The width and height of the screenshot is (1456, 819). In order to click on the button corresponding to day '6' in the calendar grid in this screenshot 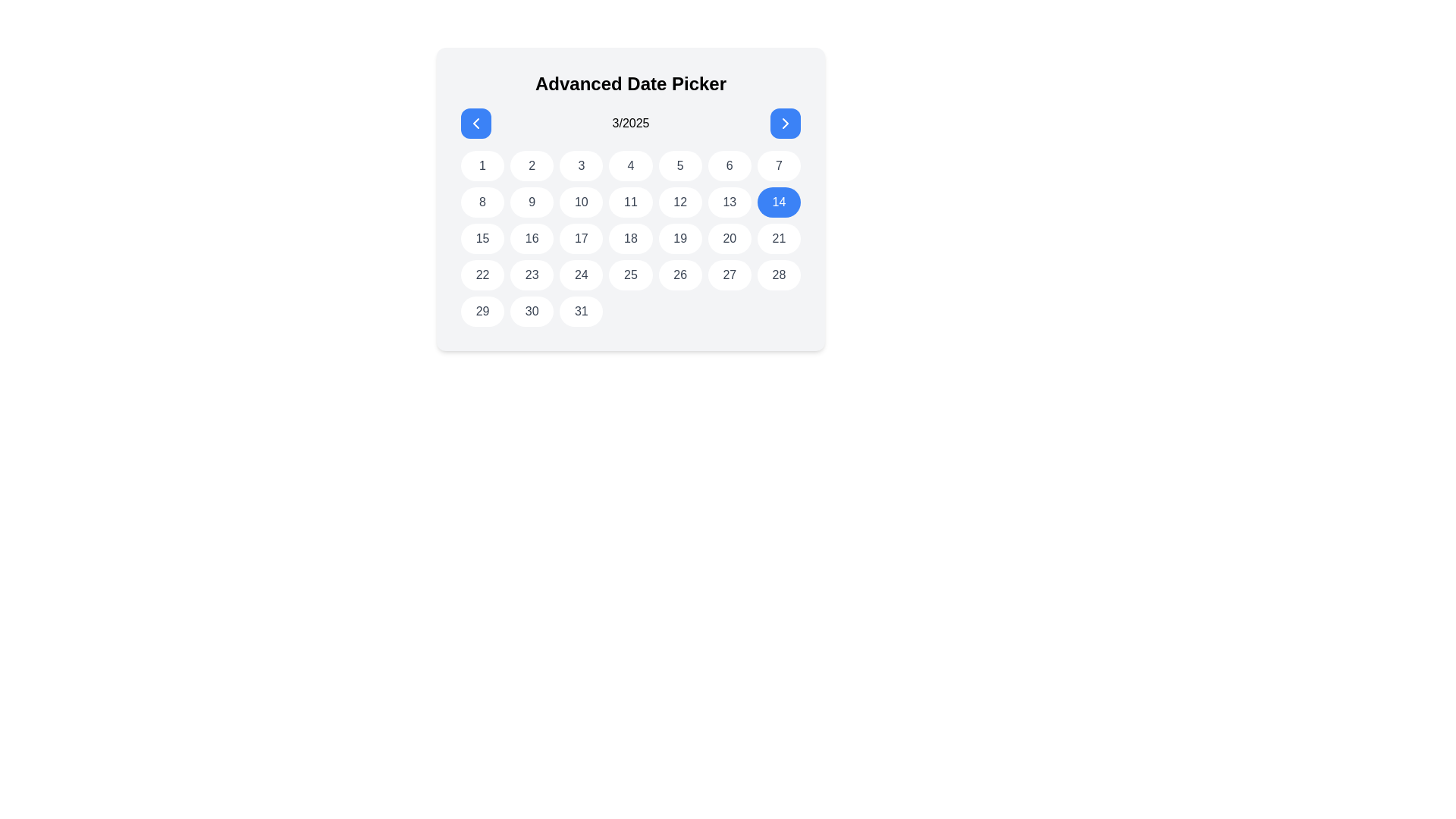, I will do `click(730, 166)`.